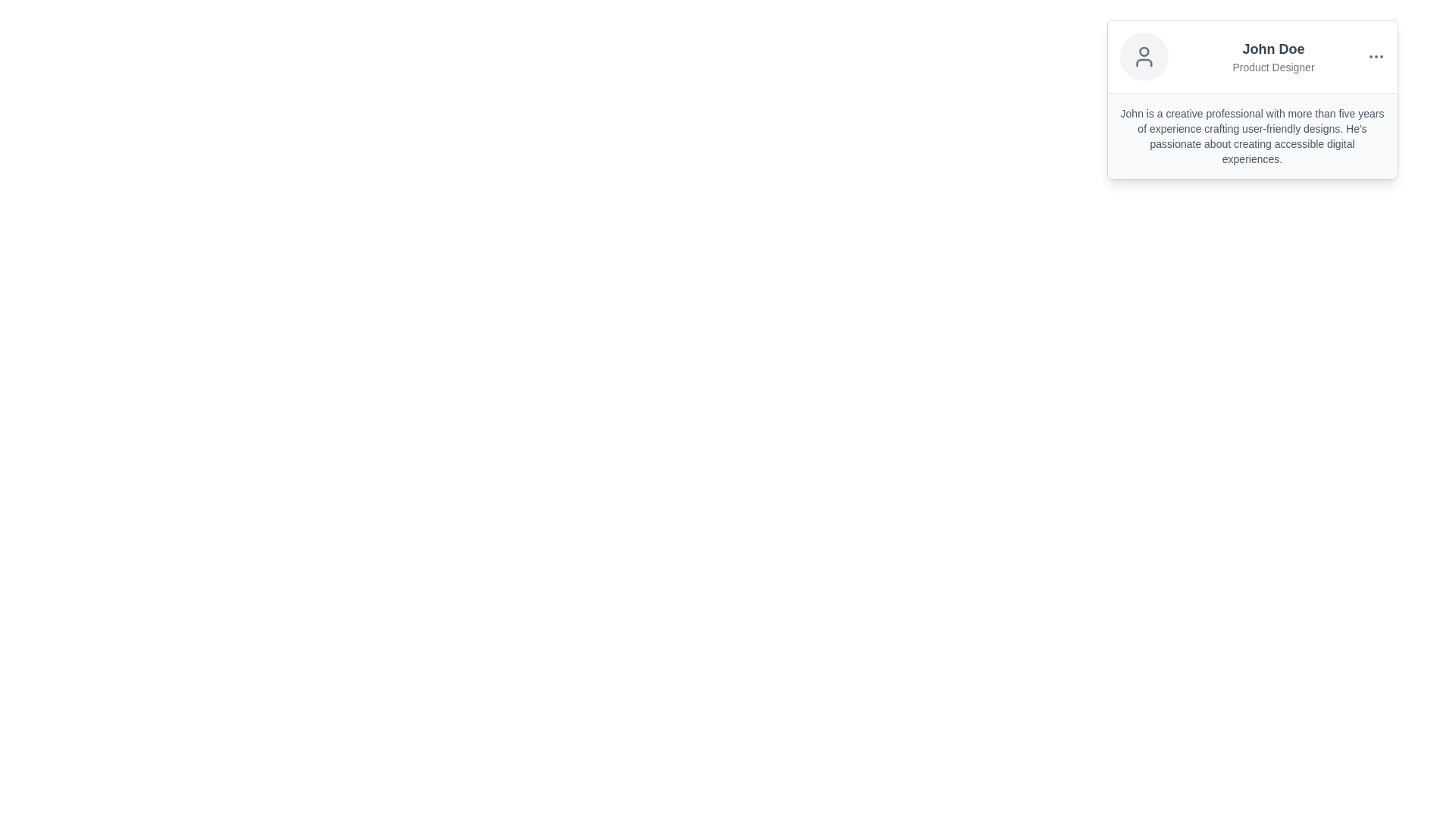 The image size is (1456, 819). What do you see at coordinates (1273, 66) in the screenshot?
I see `the supplementary text label indicating the title or role of the user 'John Doe', located directly under the bold 'John Doe' text in the profile card layout` at bounding box center [1273, 66].